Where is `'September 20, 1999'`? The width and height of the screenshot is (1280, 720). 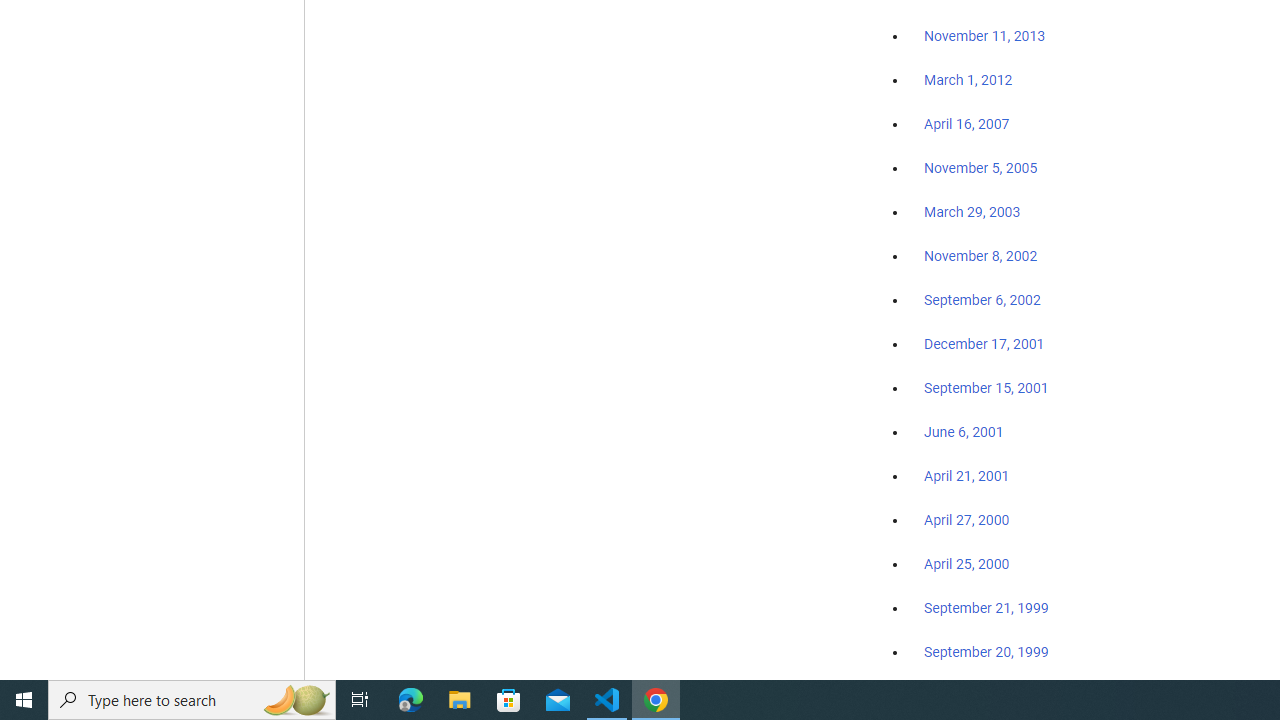
'September 20, 1999' is located at coordinates (986, 651).